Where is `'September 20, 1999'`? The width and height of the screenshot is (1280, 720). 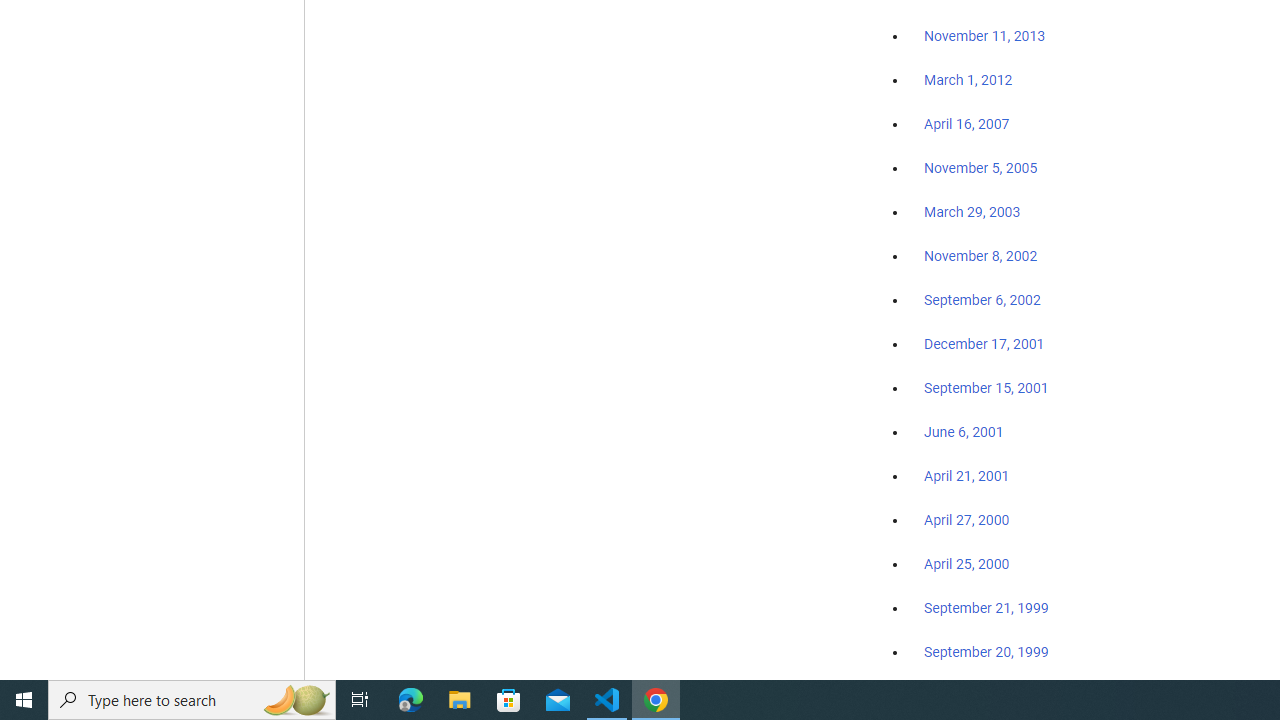
'September 20, 1999' is located at coordinates (986, 651).